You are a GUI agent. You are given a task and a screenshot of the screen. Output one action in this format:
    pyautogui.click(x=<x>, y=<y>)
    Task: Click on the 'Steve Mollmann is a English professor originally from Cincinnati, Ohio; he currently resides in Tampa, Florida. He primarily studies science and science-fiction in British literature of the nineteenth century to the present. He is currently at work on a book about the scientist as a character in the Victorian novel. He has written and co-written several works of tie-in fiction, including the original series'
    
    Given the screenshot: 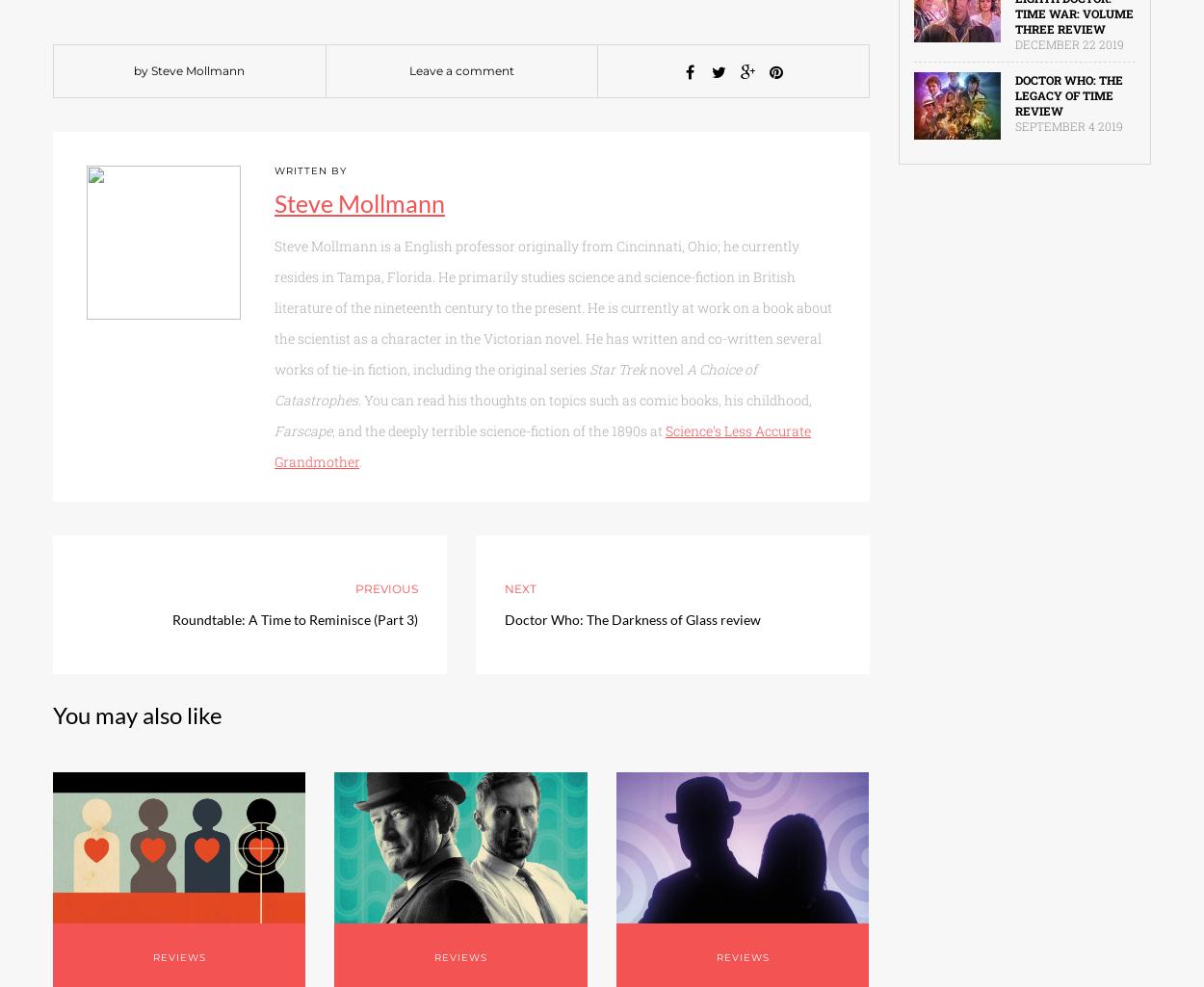 What is the action you would take?
    pyautogui.click(x=275, y=307)
    